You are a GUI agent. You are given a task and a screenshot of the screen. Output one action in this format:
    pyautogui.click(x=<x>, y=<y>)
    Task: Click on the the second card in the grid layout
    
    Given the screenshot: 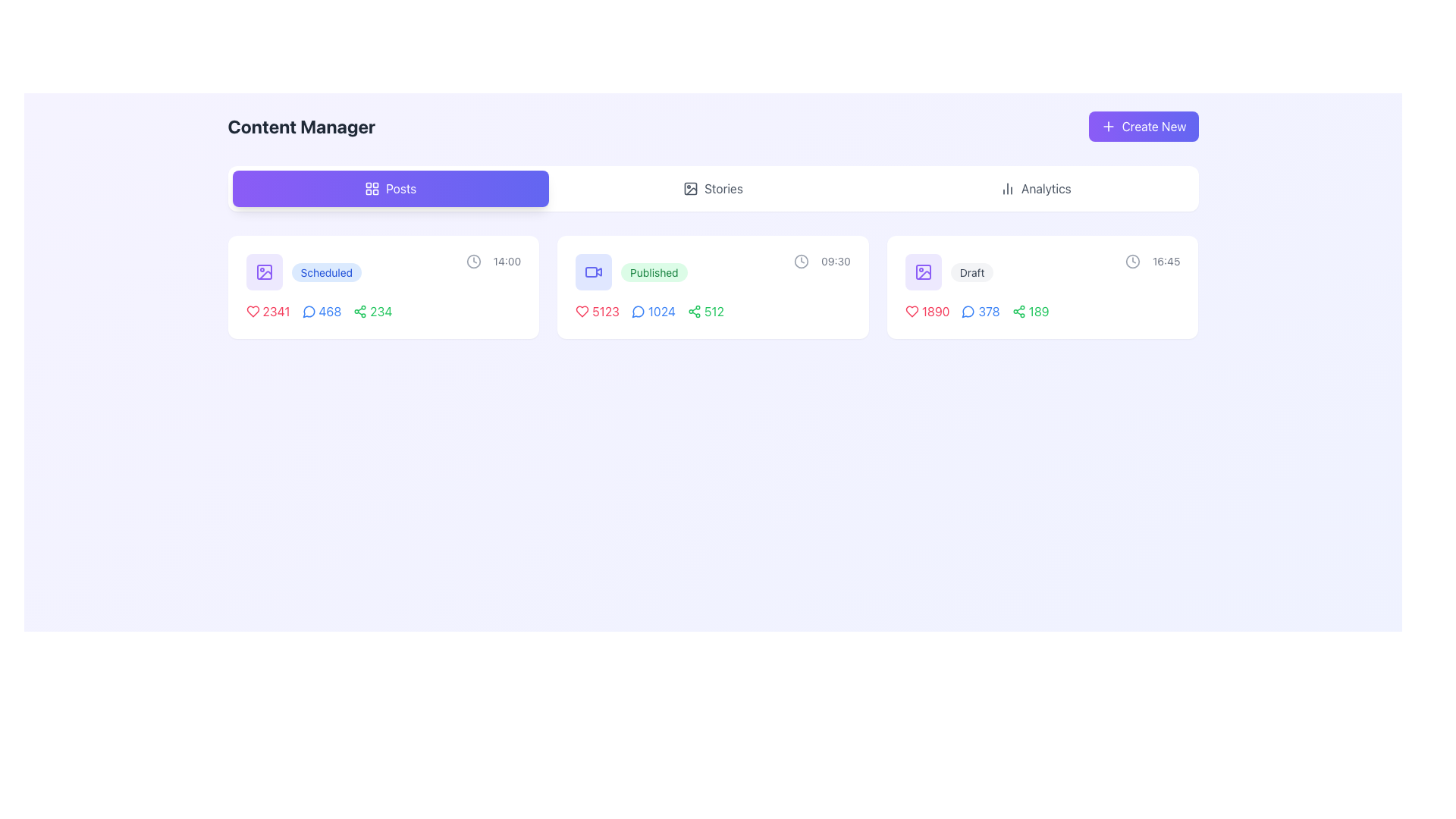 What is the action you would take?
    pyautogui.click(x=712, y=287)
    